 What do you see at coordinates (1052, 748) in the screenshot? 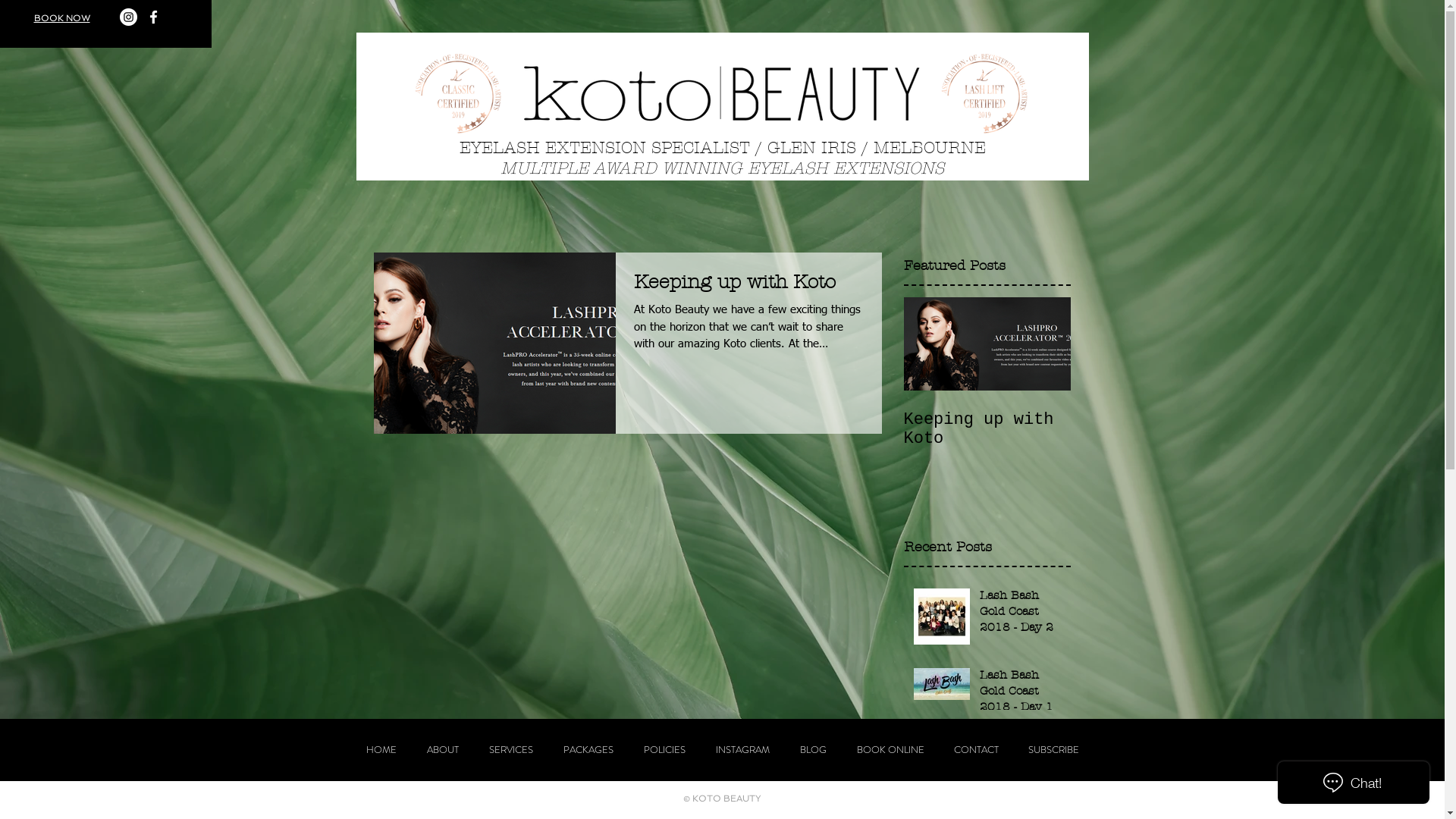
I see `'SUBSCRIBE'` at bounding box center [1052, 748].